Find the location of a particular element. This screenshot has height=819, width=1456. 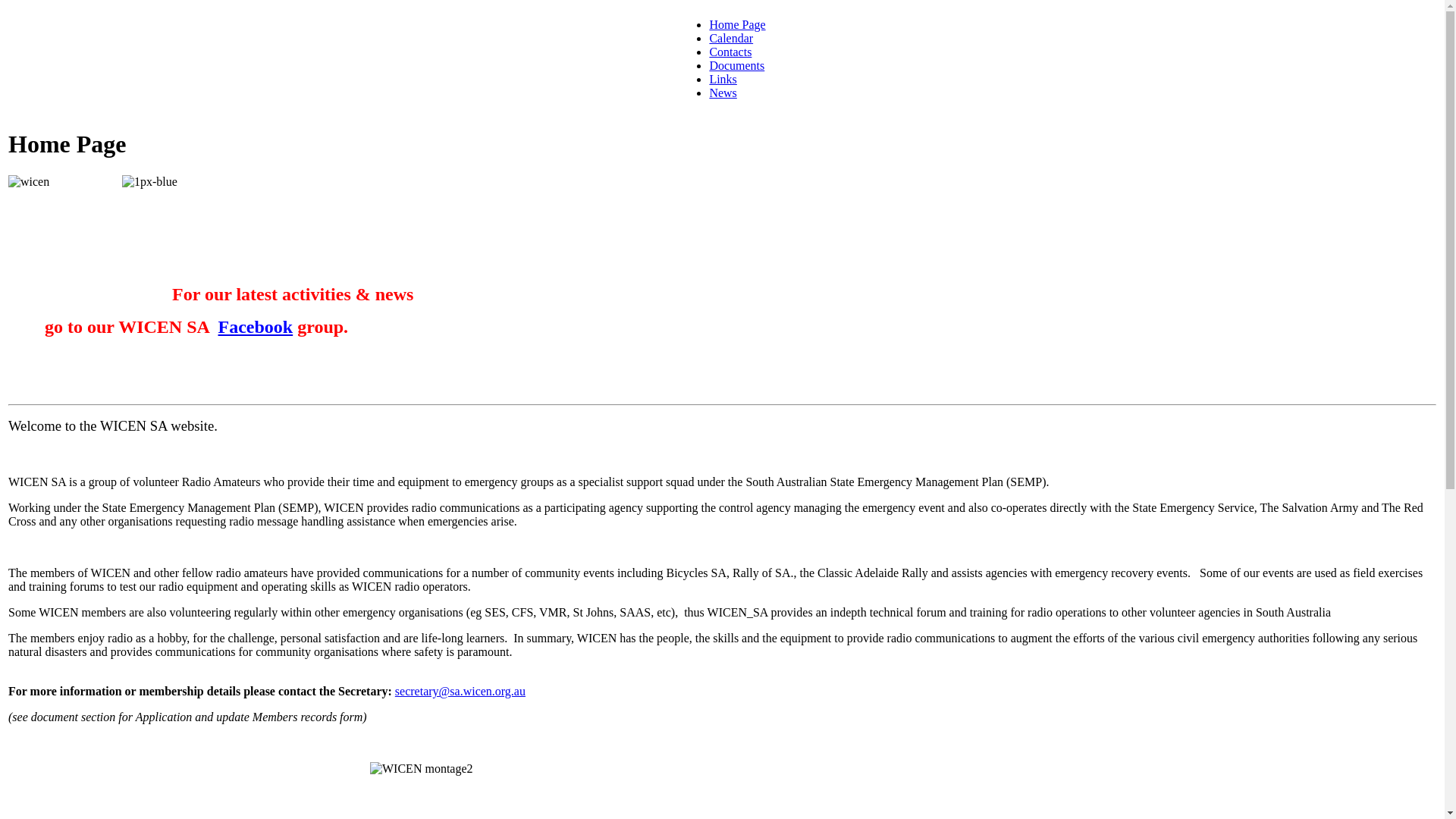

'Calendar' is located at coordinates (731, 37).